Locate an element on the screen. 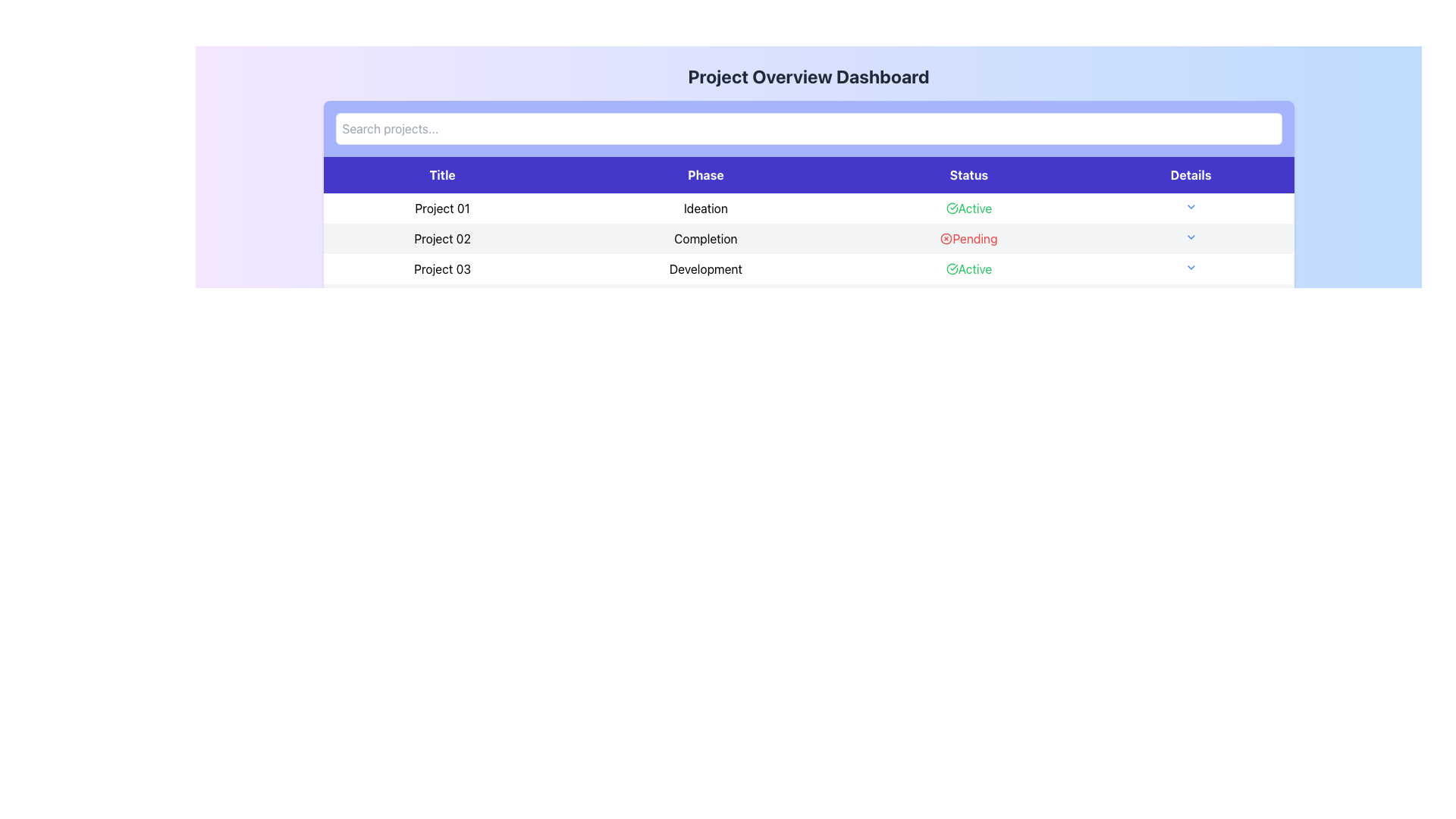  the chevron icon button located in the 'Details' column of the third row, next to the green 'Active' status text is located at coordinates (1190, 267).